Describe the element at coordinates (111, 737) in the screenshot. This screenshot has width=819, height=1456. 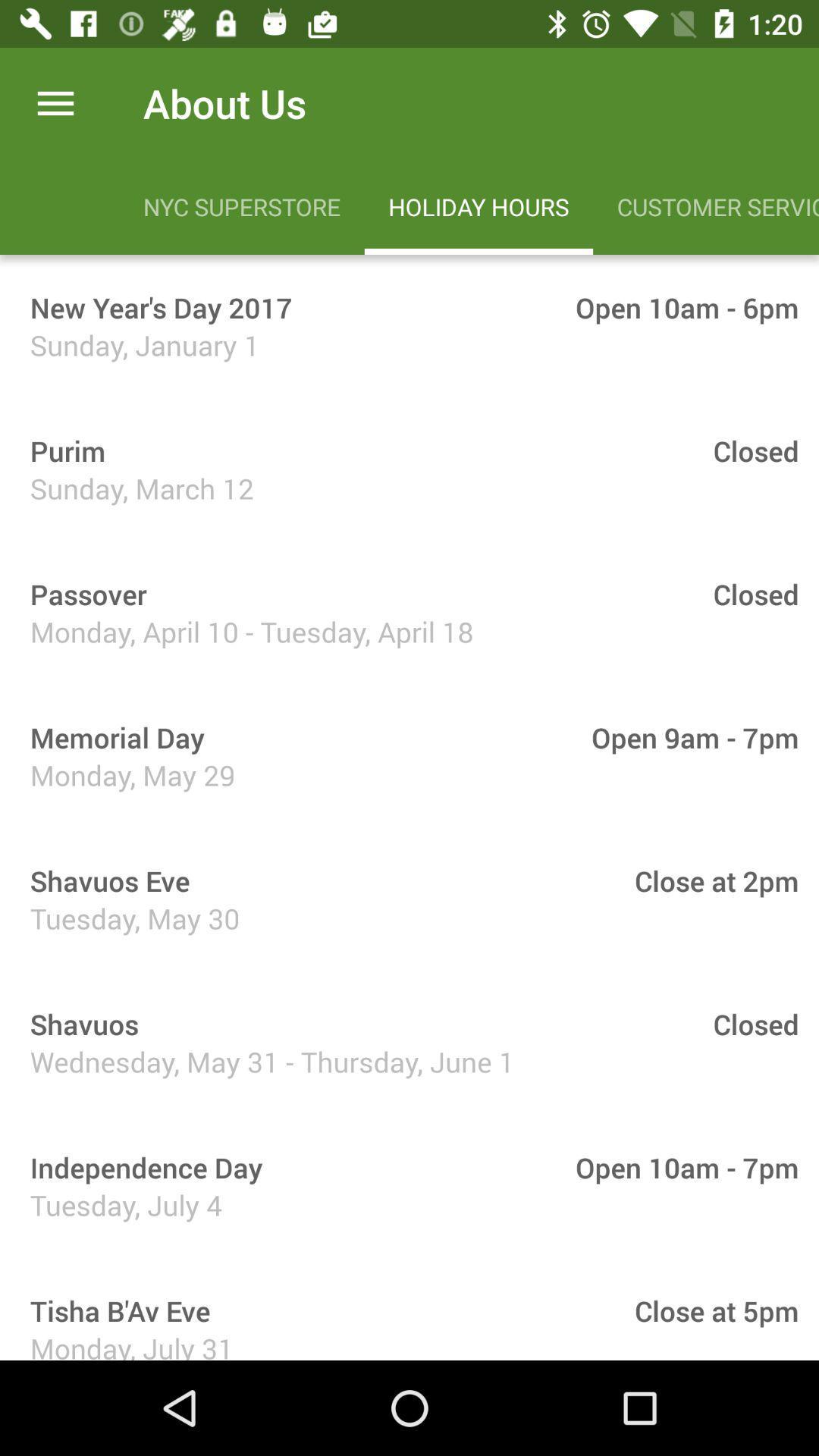
I see `memorial day icon` at that location.